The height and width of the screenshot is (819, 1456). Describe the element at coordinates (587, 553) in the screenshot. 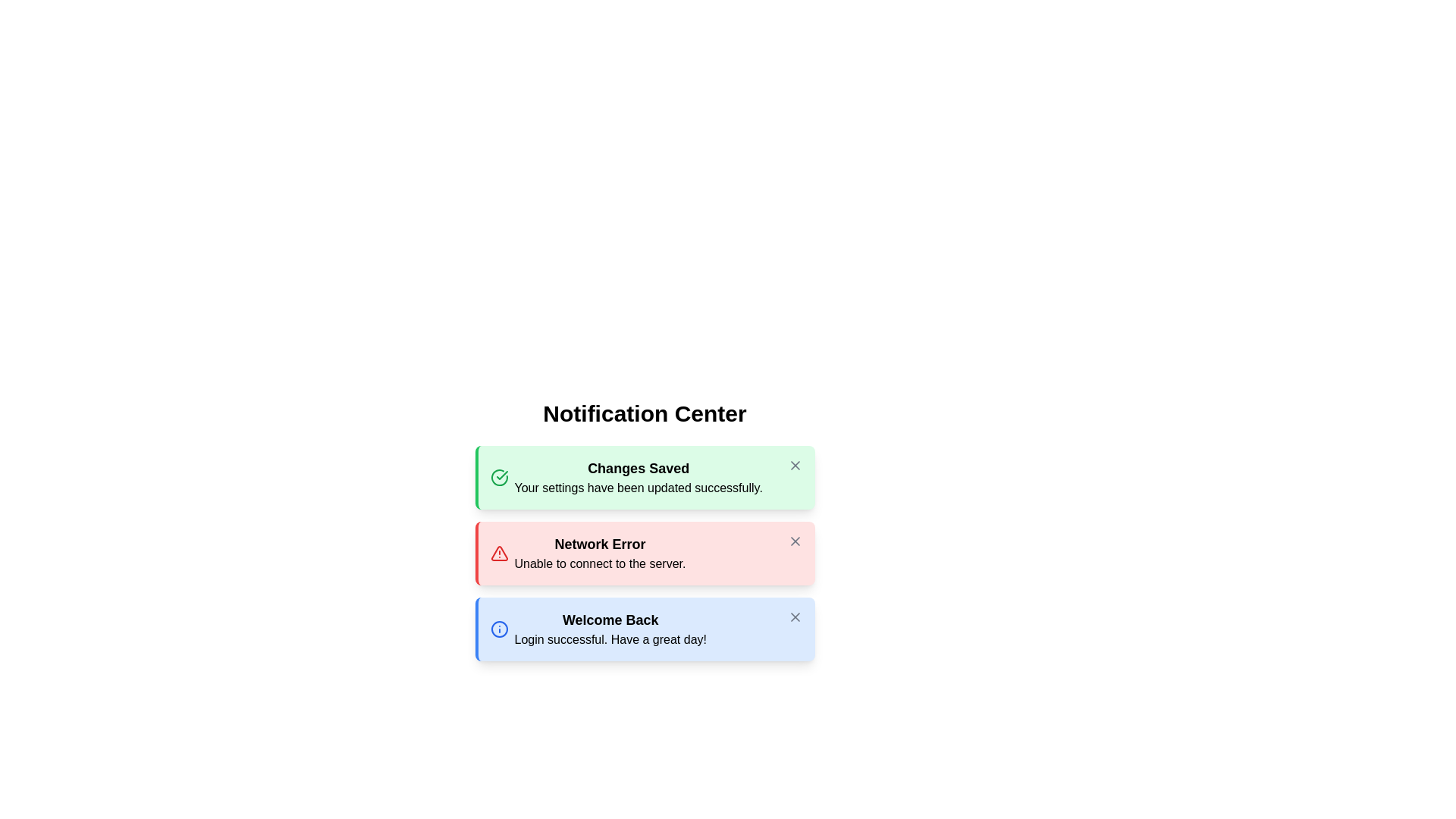

I see `the Notification alert box displaying the error message 'Network Error' to adjust settings or troubleshoot based on the message` at that location.